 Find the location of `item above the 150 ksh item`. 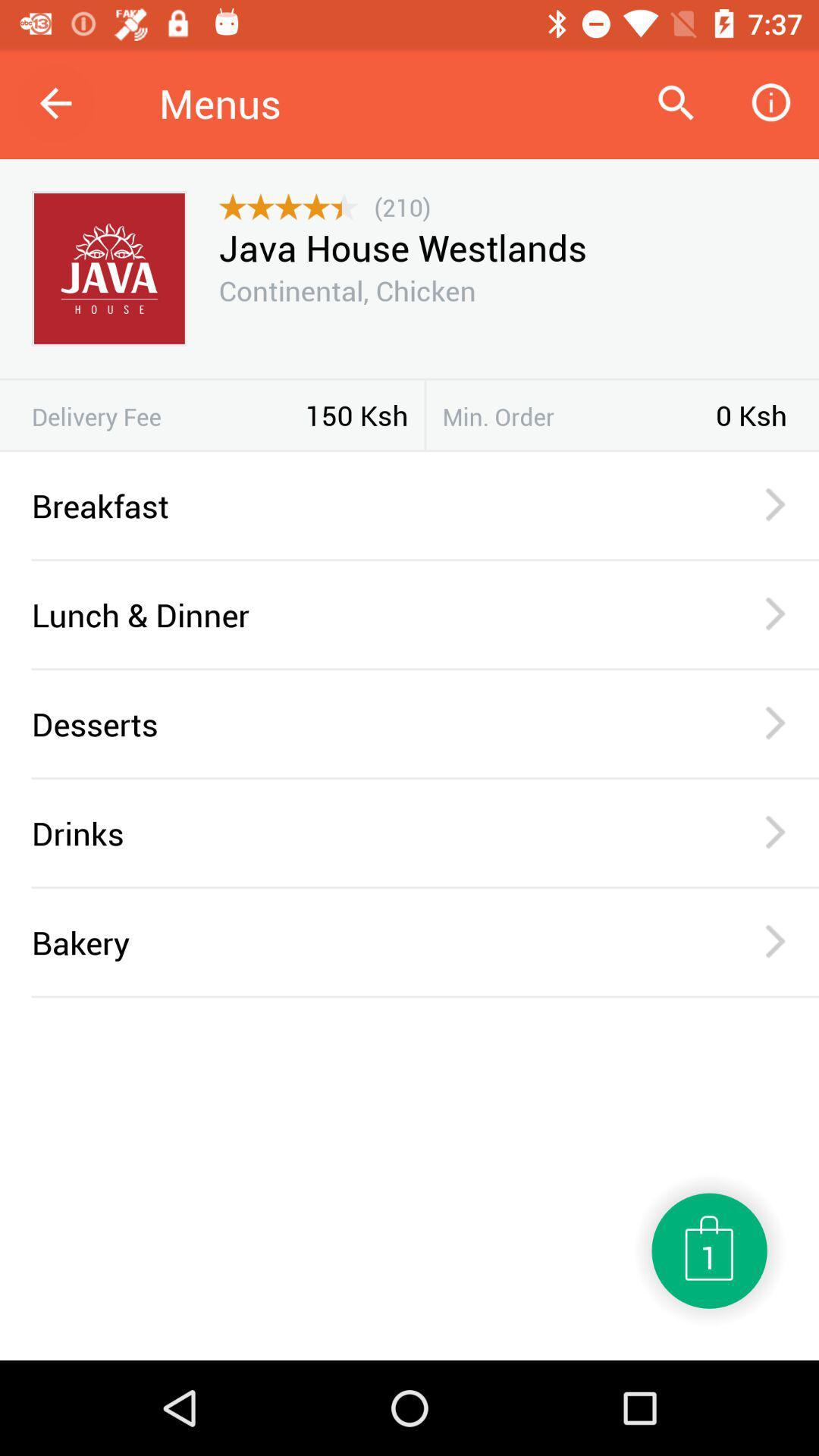

item above the 150 ksh item is located at coordinates (409, 379).